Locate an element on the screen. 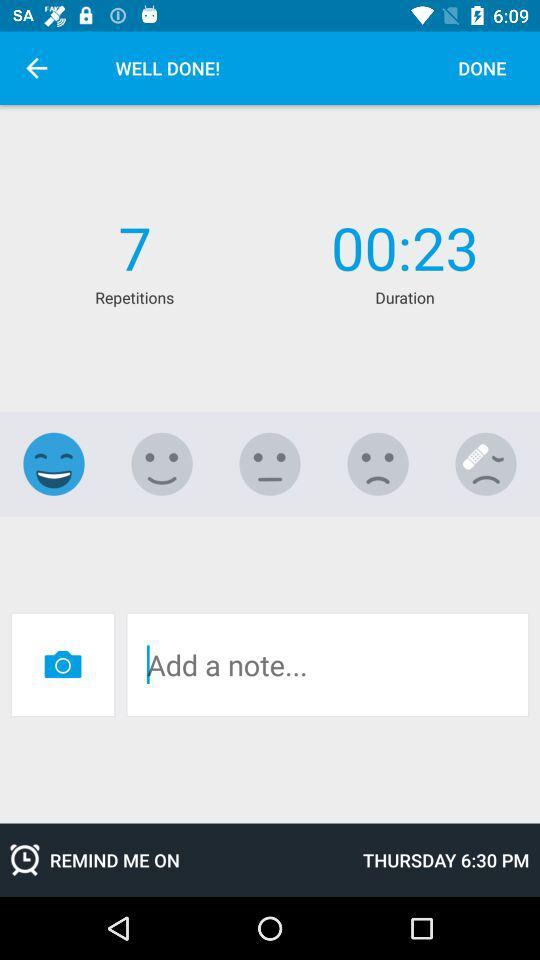  neutral emoji expression is located at coordinates (270, 464).